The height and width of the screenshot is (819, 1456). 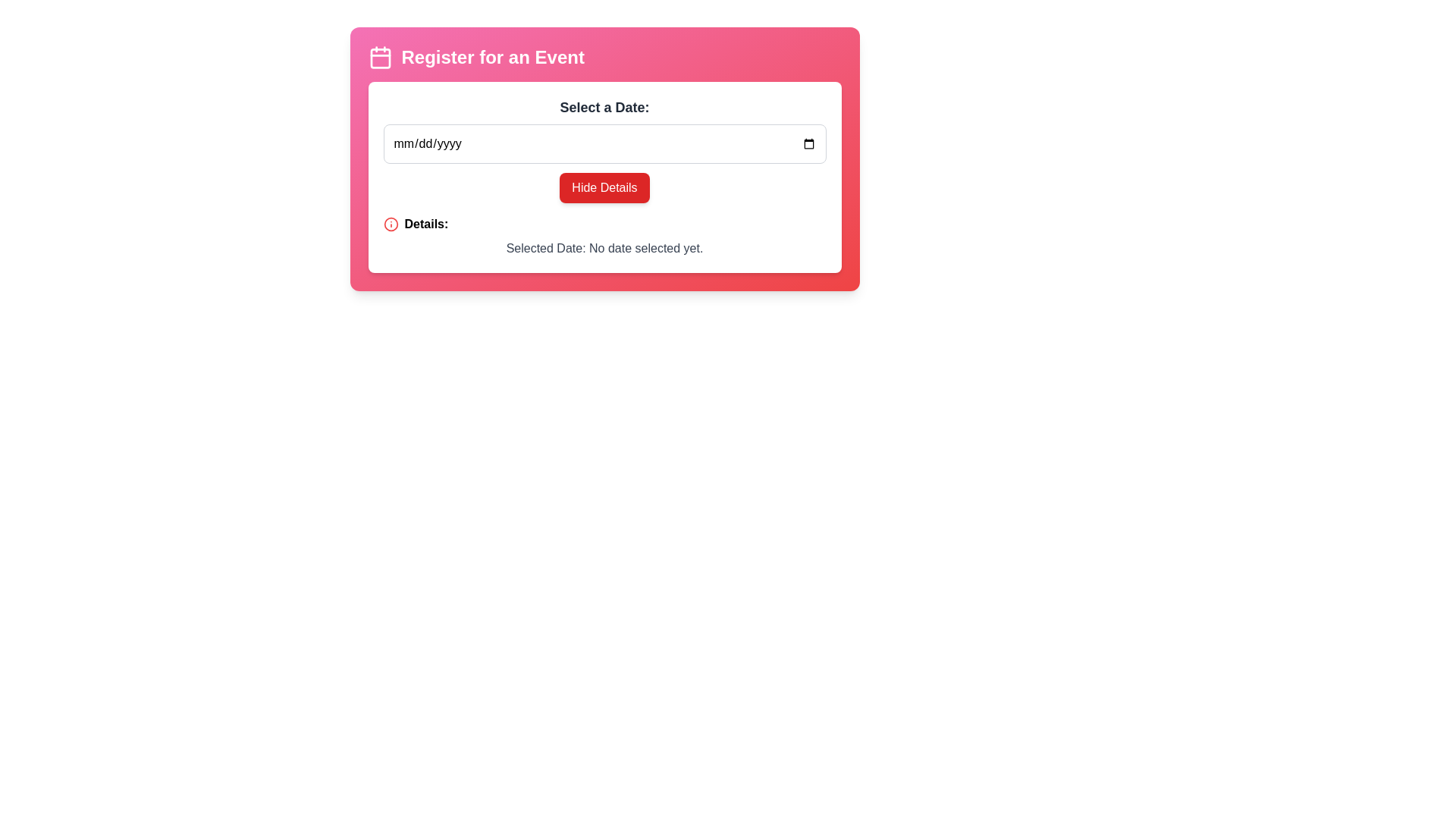 What do you see at coordinates (604, 247) in the screenshot?
I see `content displayed in the text element located below the 'Details:' label and an icon, which provides information about the date selection or its absence` at bounding box center [604, 247].